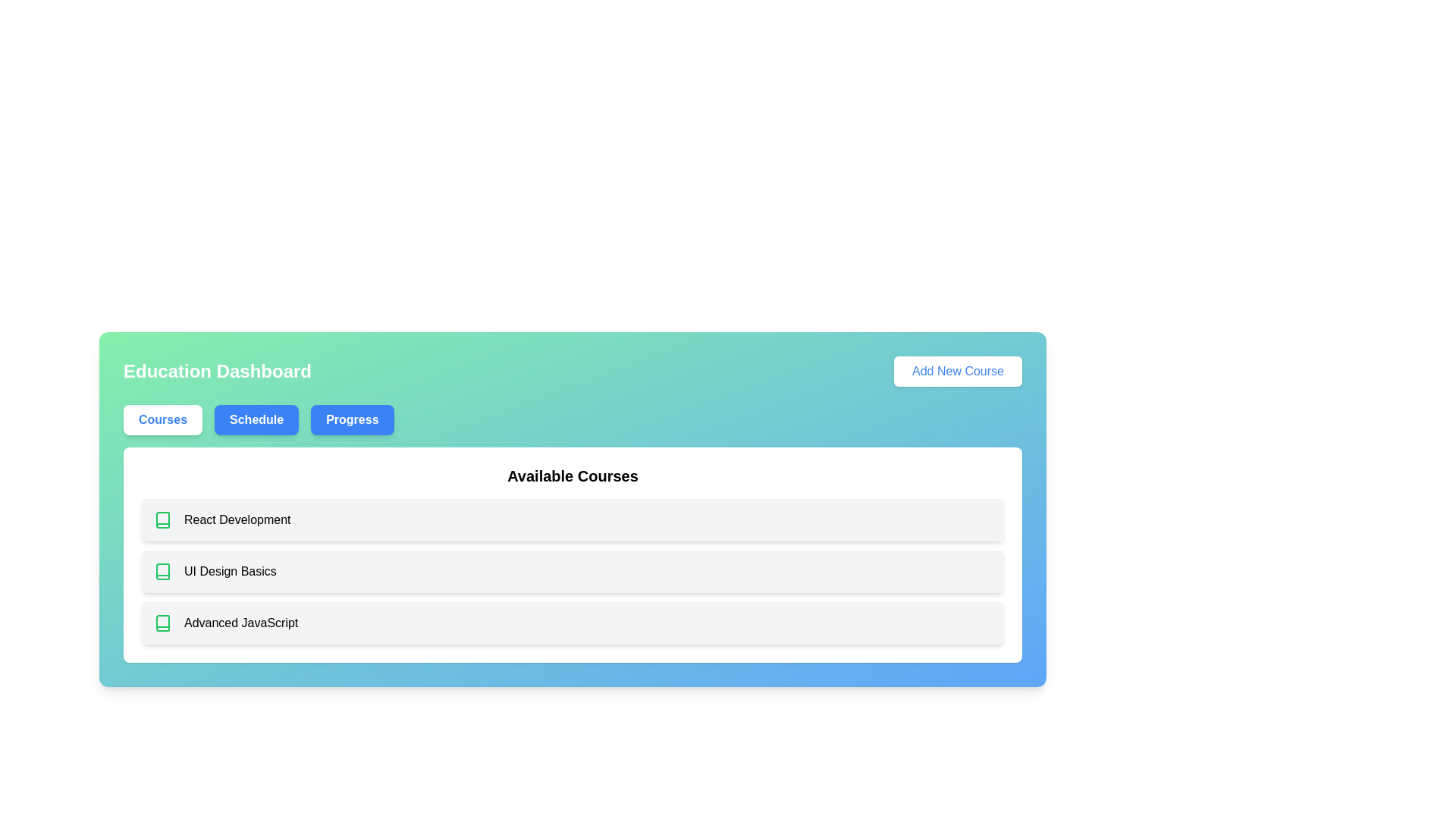  I want to click on the button in the top-right corner of the main educational dashboard to initiate the 'Add New Course' action, so click(957, 371).